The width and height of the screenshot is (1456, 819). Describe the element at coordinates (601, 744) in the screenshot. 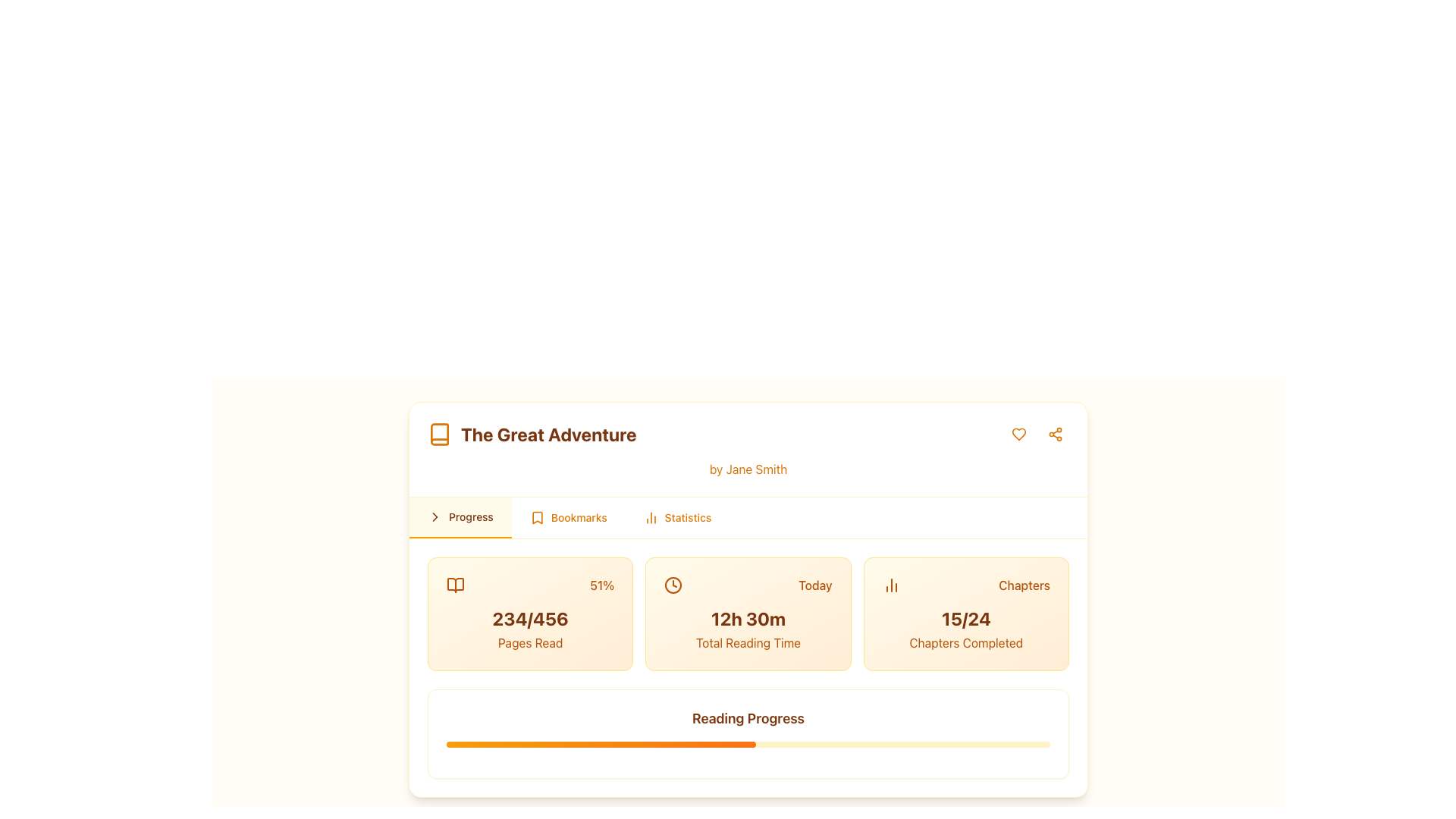

I see `the filled portion of the progress bar segment indicating reading progress located at the bottom of the card labeled 'Reading Progress'` at that location.